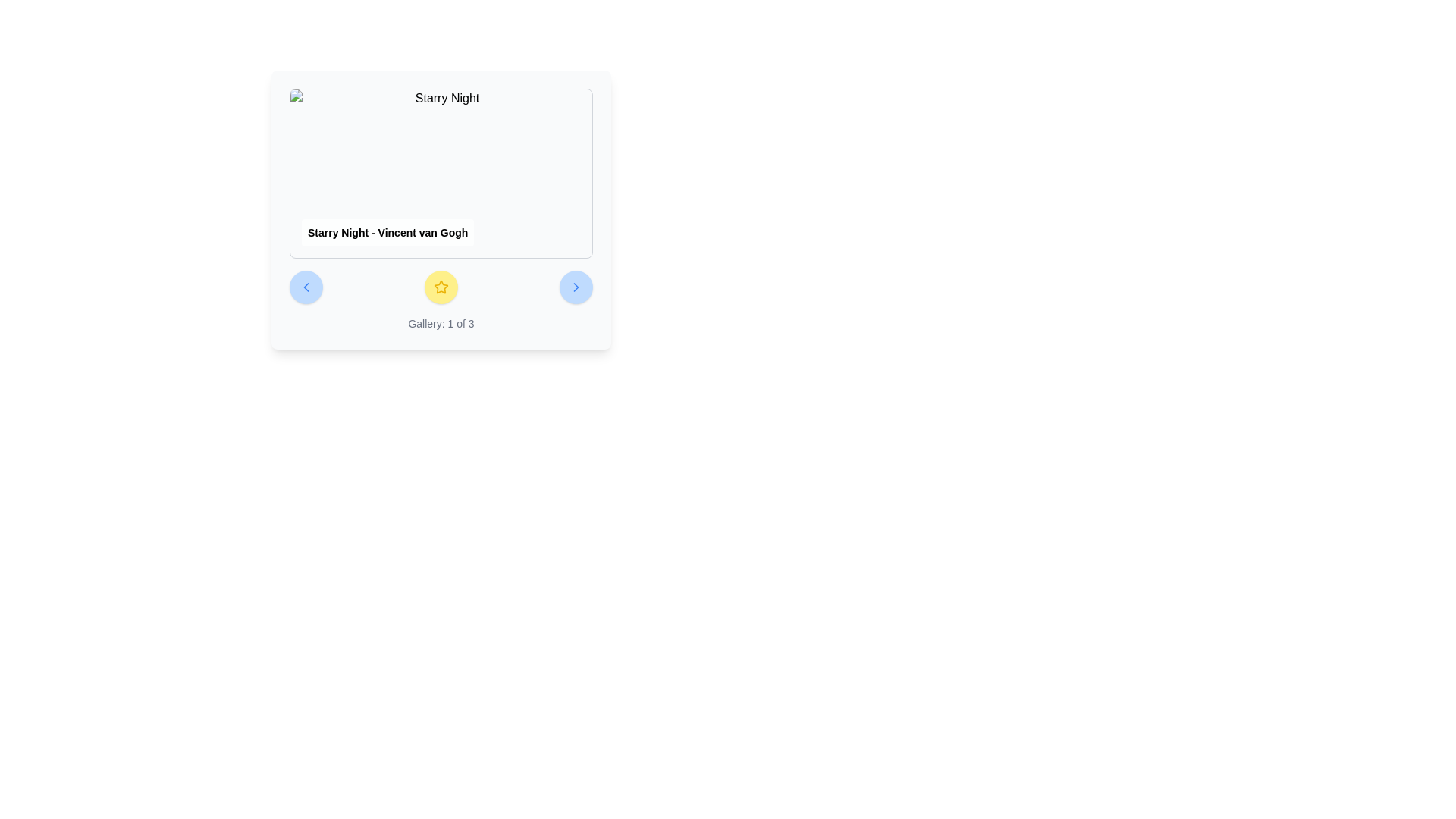 The height and width of the screenshot is (819, 1456). Describe the element at coordinates (575, 287) in the screenshot. I see `the chevron icon located within the circular button in the far-right bottom corner of the gallery navigation area` at that location.